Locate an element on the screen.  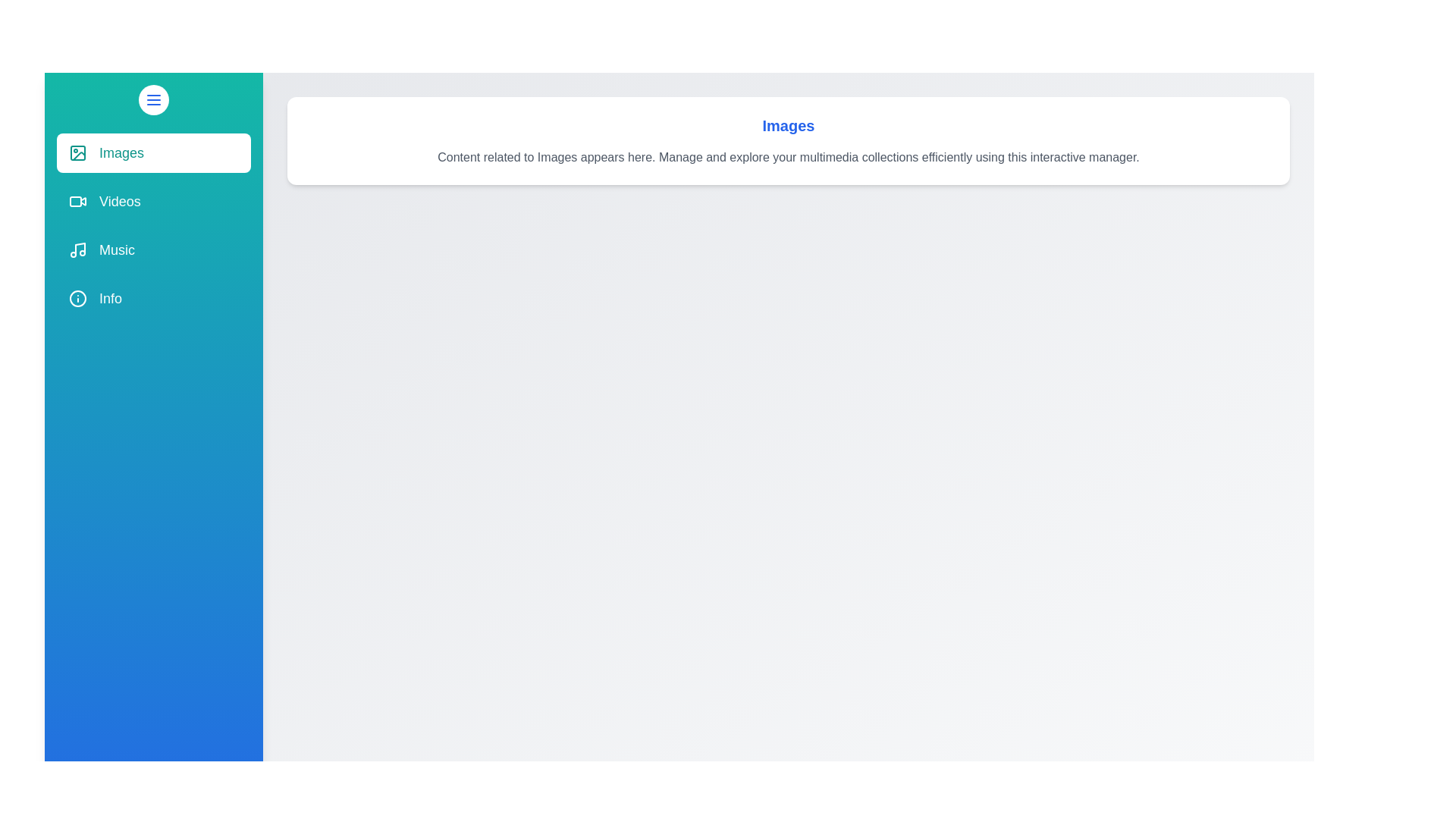
the section Videos to select it is located at coordinates (153, 201).